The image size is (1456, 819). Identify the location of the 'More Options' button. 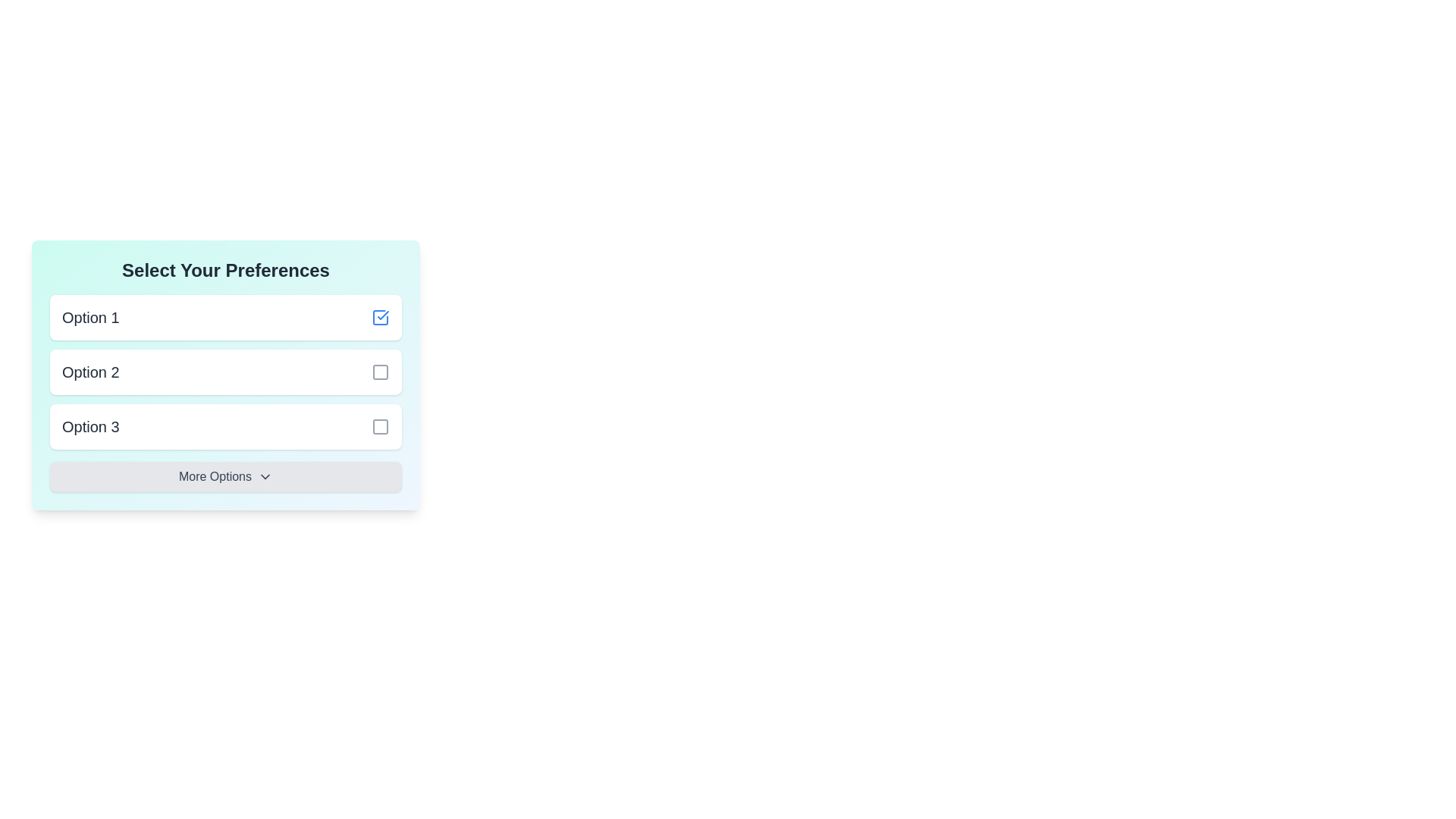
(224, 475).